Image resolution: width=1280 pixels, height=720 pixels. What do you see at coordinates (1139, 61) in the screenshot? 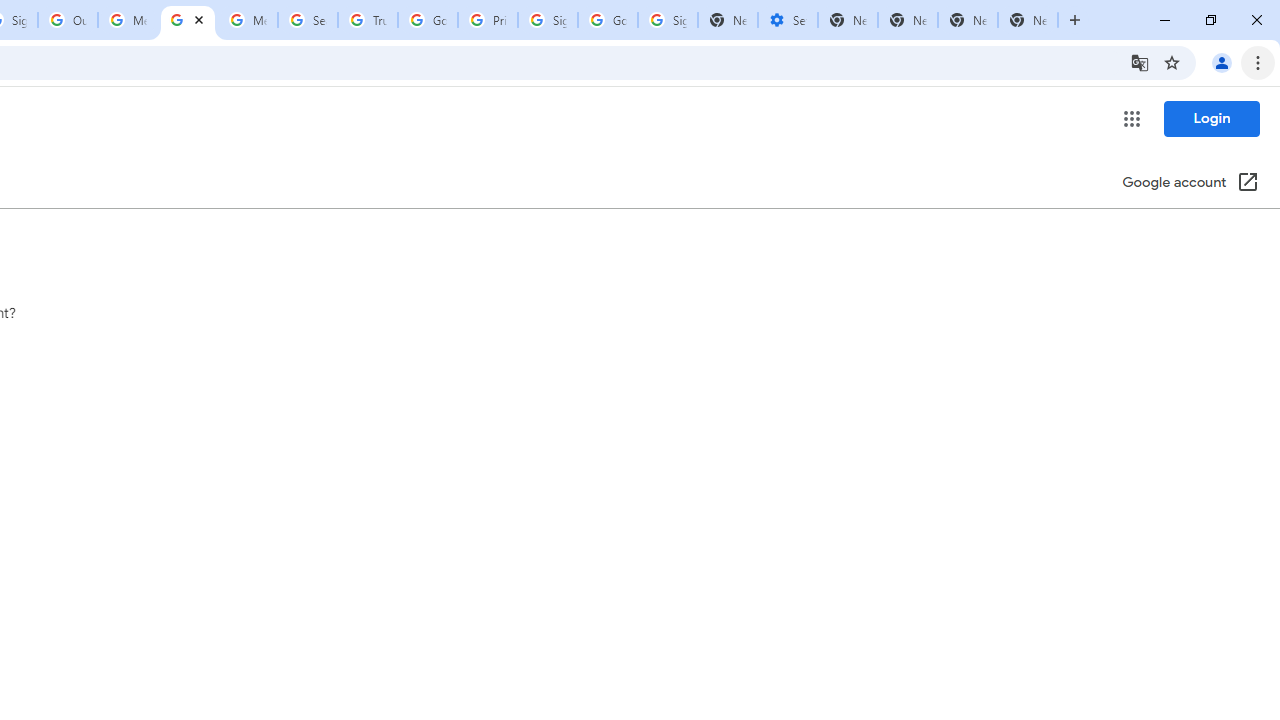
I see `'Translate this page'` at bounding box center [1139, 61].